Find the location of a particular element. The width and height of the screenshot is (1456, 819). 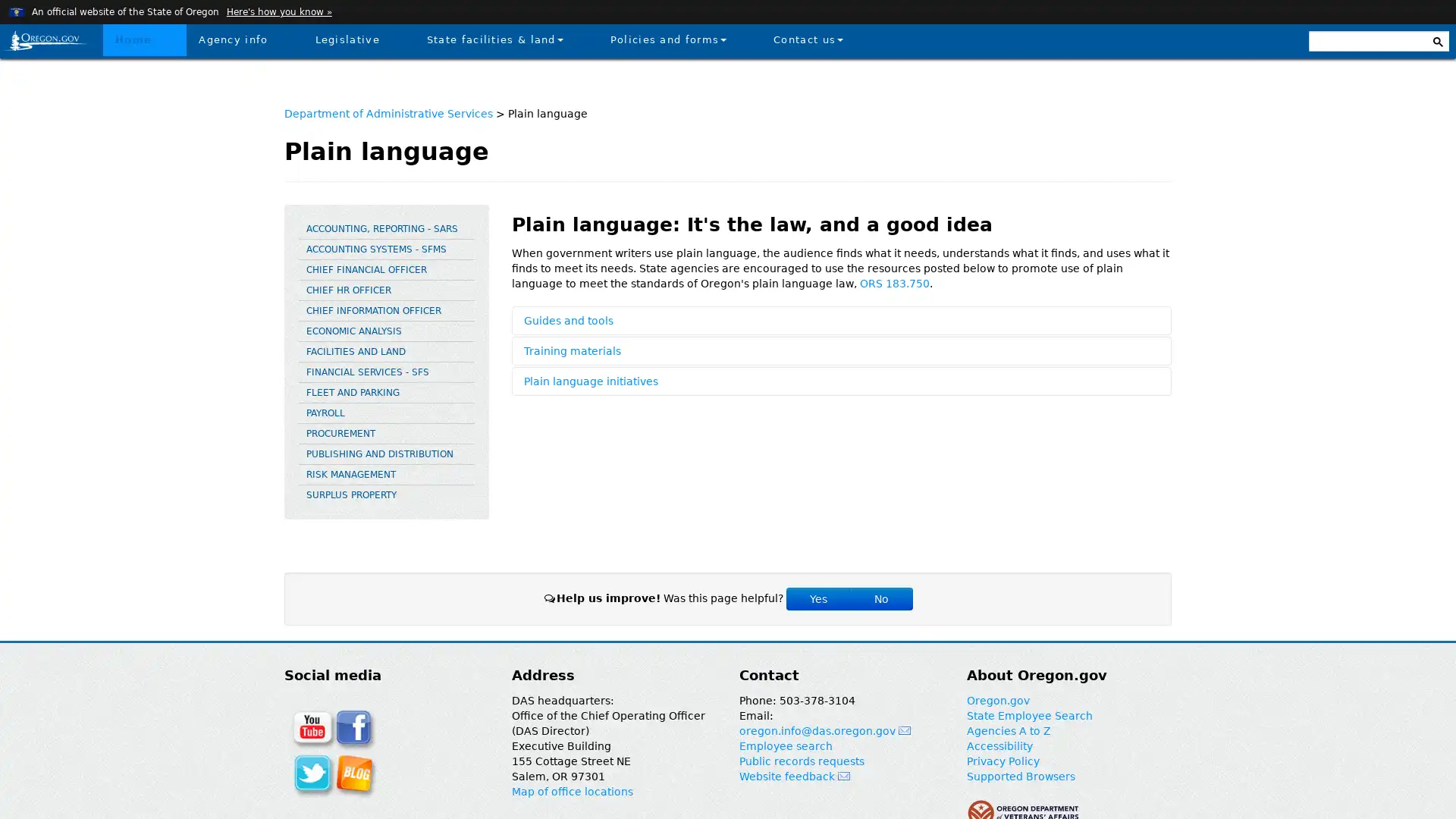

Policies and forms is located at coordinates (667, 38).